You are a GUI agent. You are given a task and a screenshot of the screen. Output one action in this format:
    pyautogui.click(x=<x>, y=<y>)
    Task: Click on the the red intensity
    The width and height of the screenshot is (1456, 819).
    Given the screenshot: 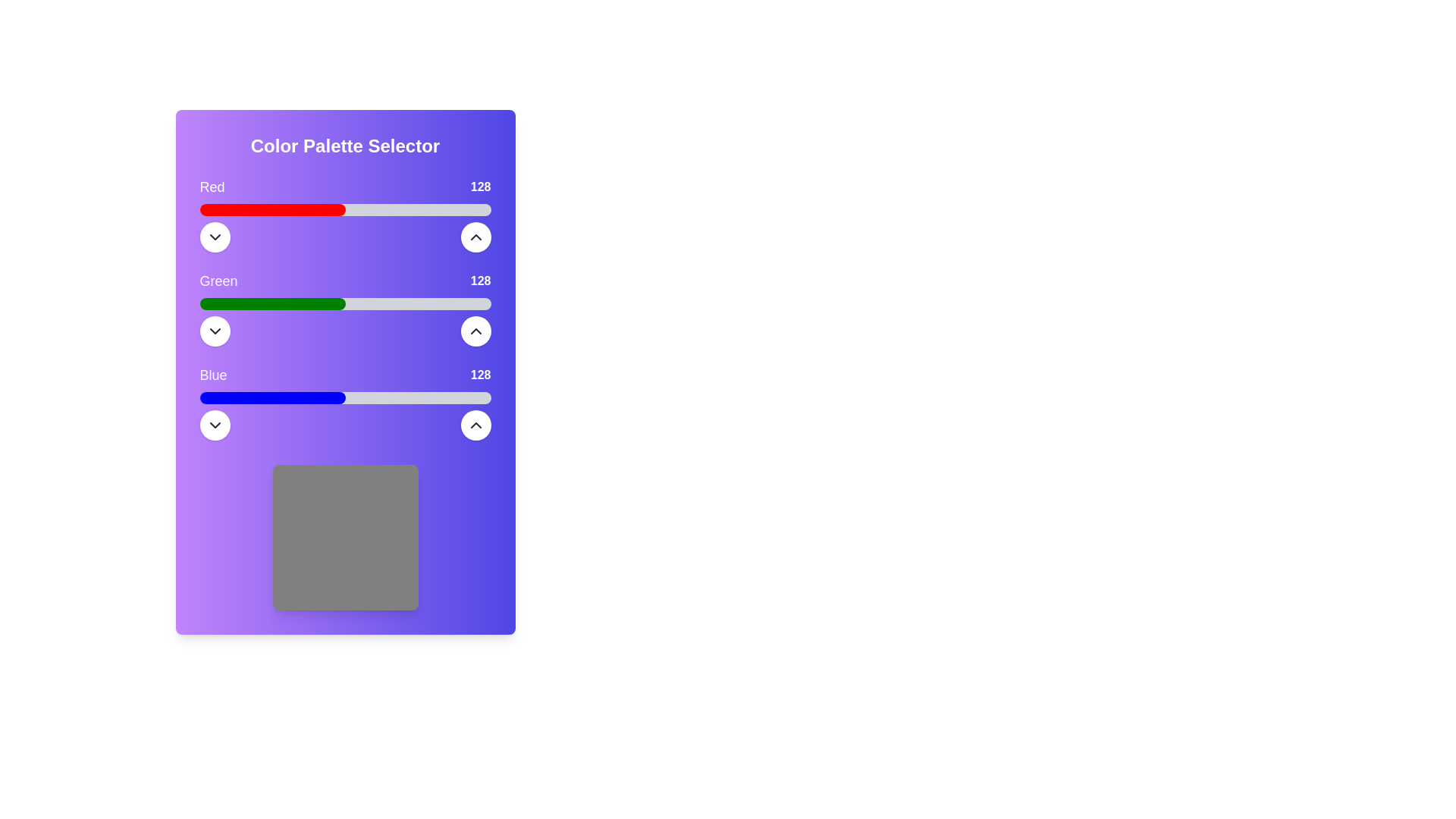 What is the action you would take?
    pyautogui.click(x=446, y=210)
    